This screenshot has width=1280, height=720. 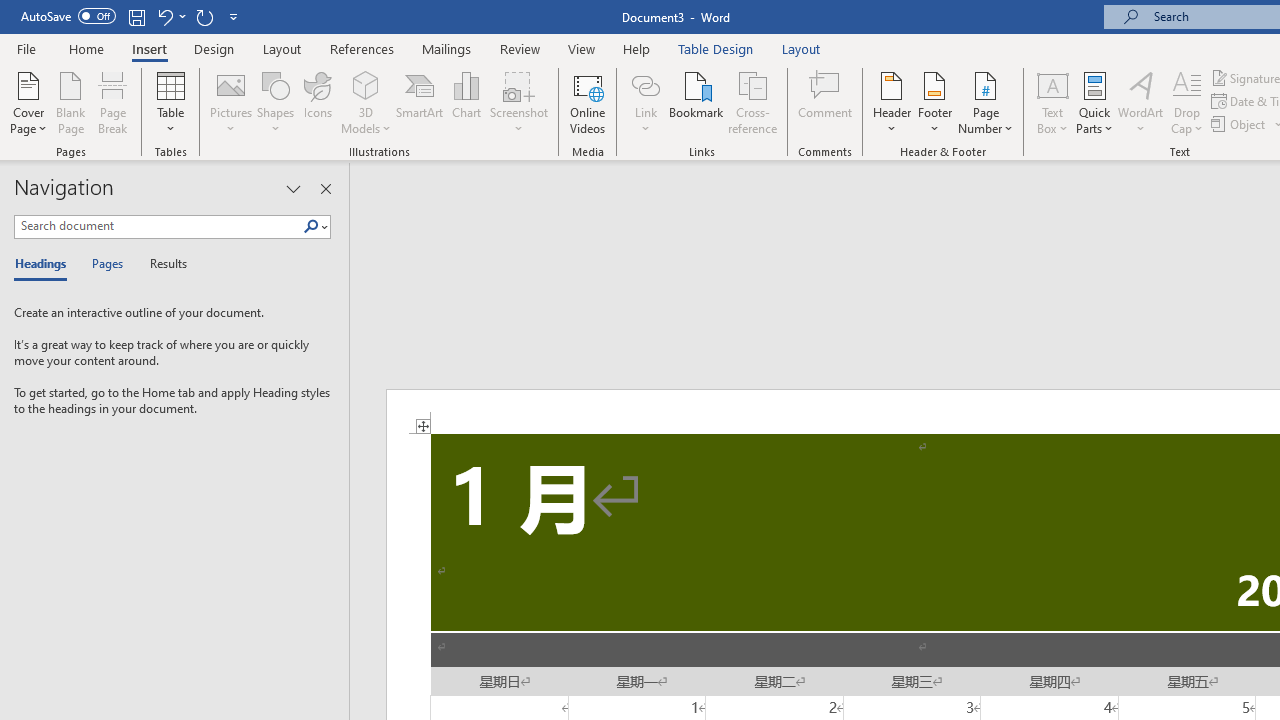 What do you see at coordinates (418, 103) in the screenshot?
I see `'SmartArt...'` at bounding box center [418, 103].